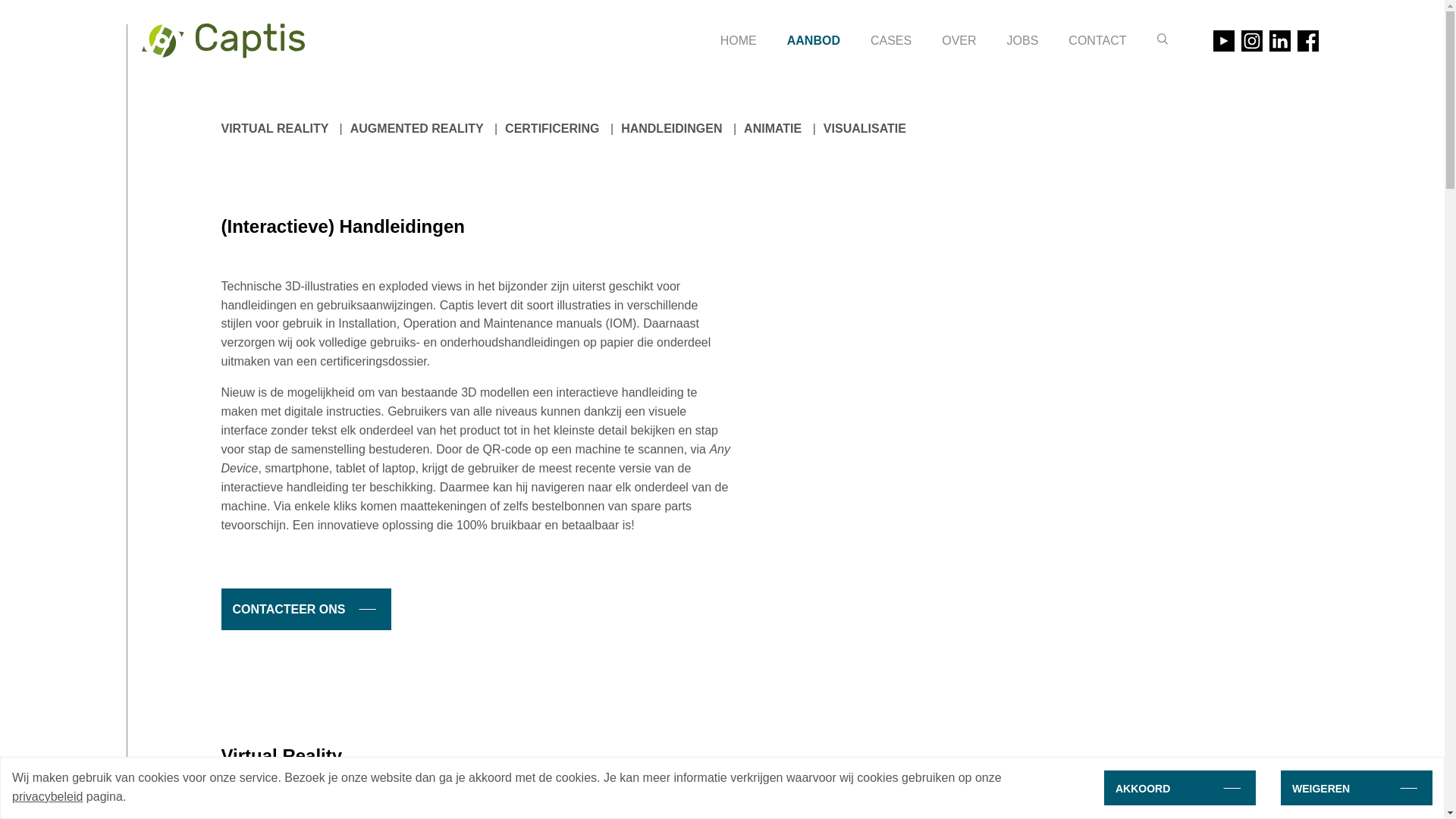  Describe the element at coordinates (1223, 40) in the screenshot. I see `'Bezoek onze Youtube pagina'` at that location.